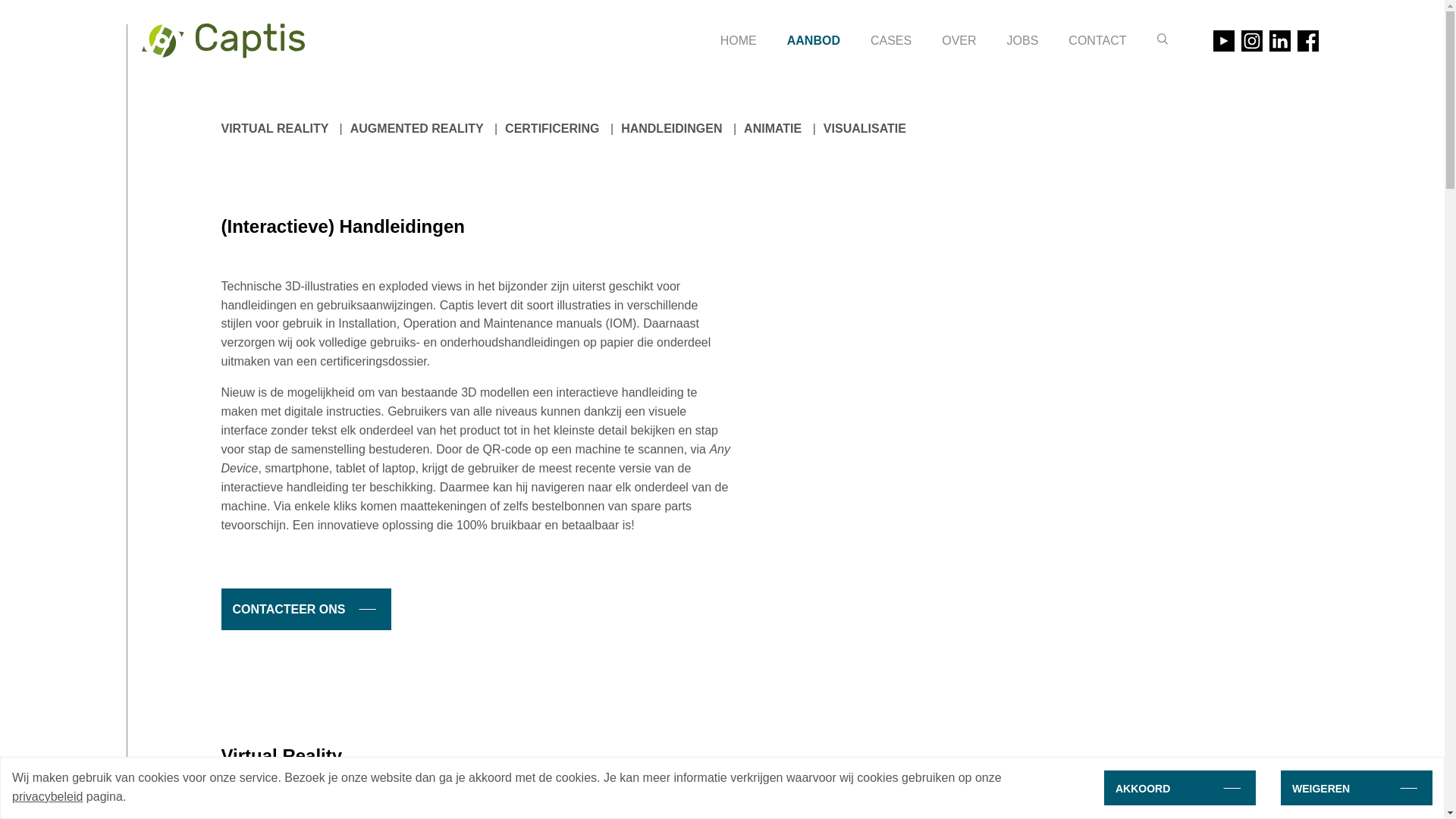  Describe the element at coordinates (1223, 40) in the screenshot. I see `'Bezoek onze Youtube pagina'` at that location.